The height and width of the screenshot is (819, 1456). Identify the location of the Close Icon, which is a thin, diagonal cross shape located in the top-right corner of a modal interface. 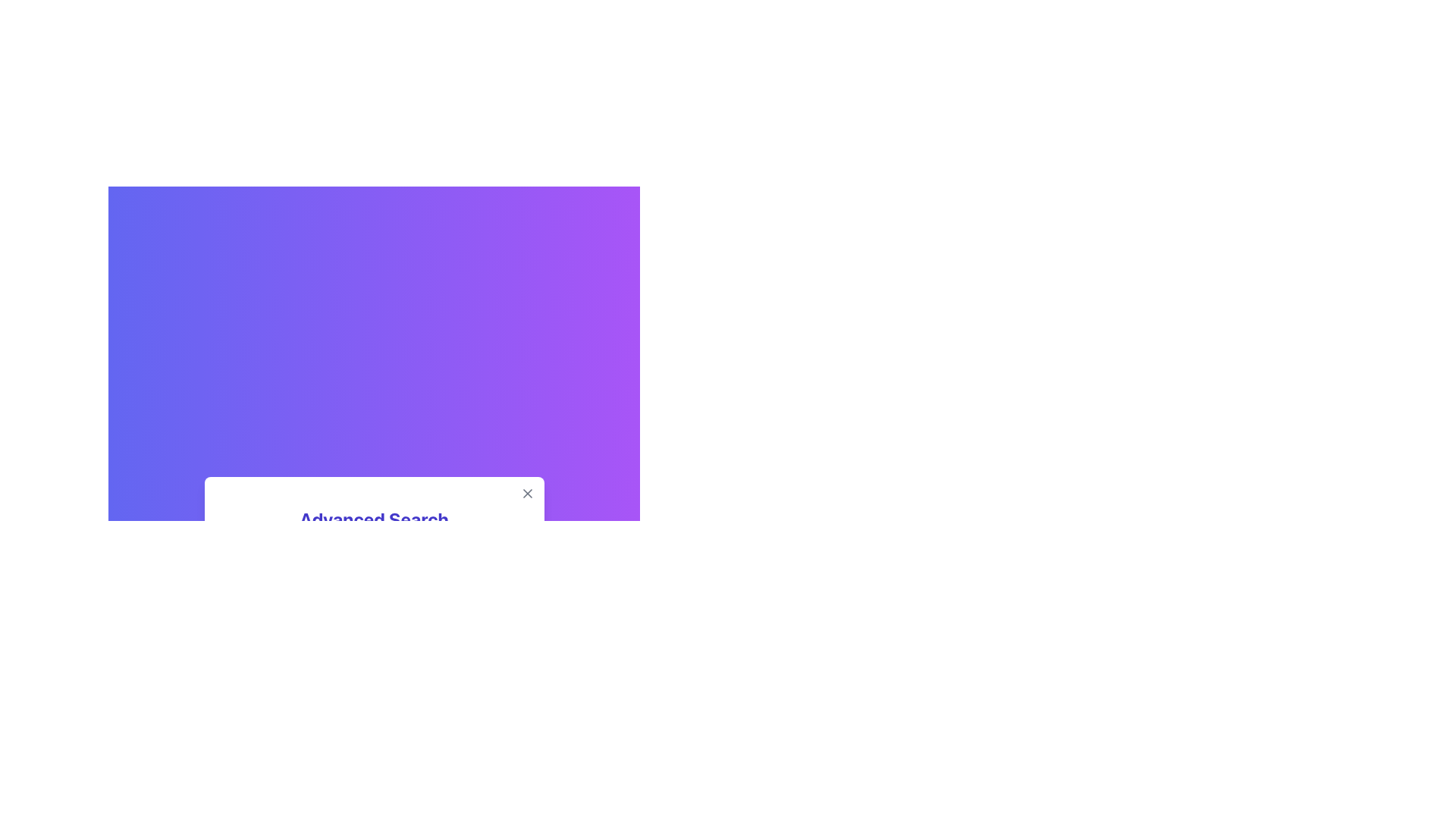
(527, 494).